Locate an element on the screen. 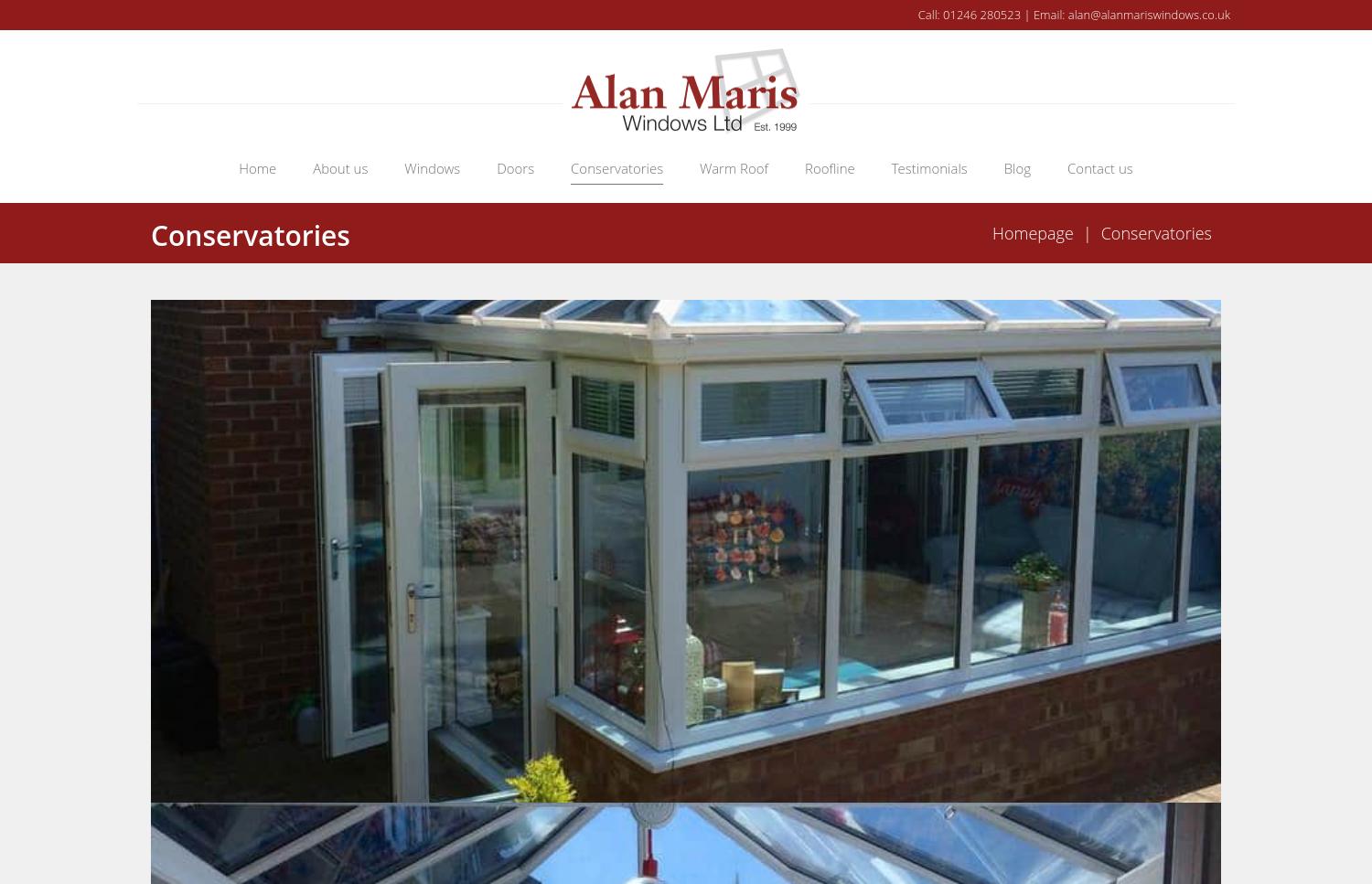 Image resolution: width=1372 pixels, height=884 pixels. 'Home' is located at coordinates (257, 166).